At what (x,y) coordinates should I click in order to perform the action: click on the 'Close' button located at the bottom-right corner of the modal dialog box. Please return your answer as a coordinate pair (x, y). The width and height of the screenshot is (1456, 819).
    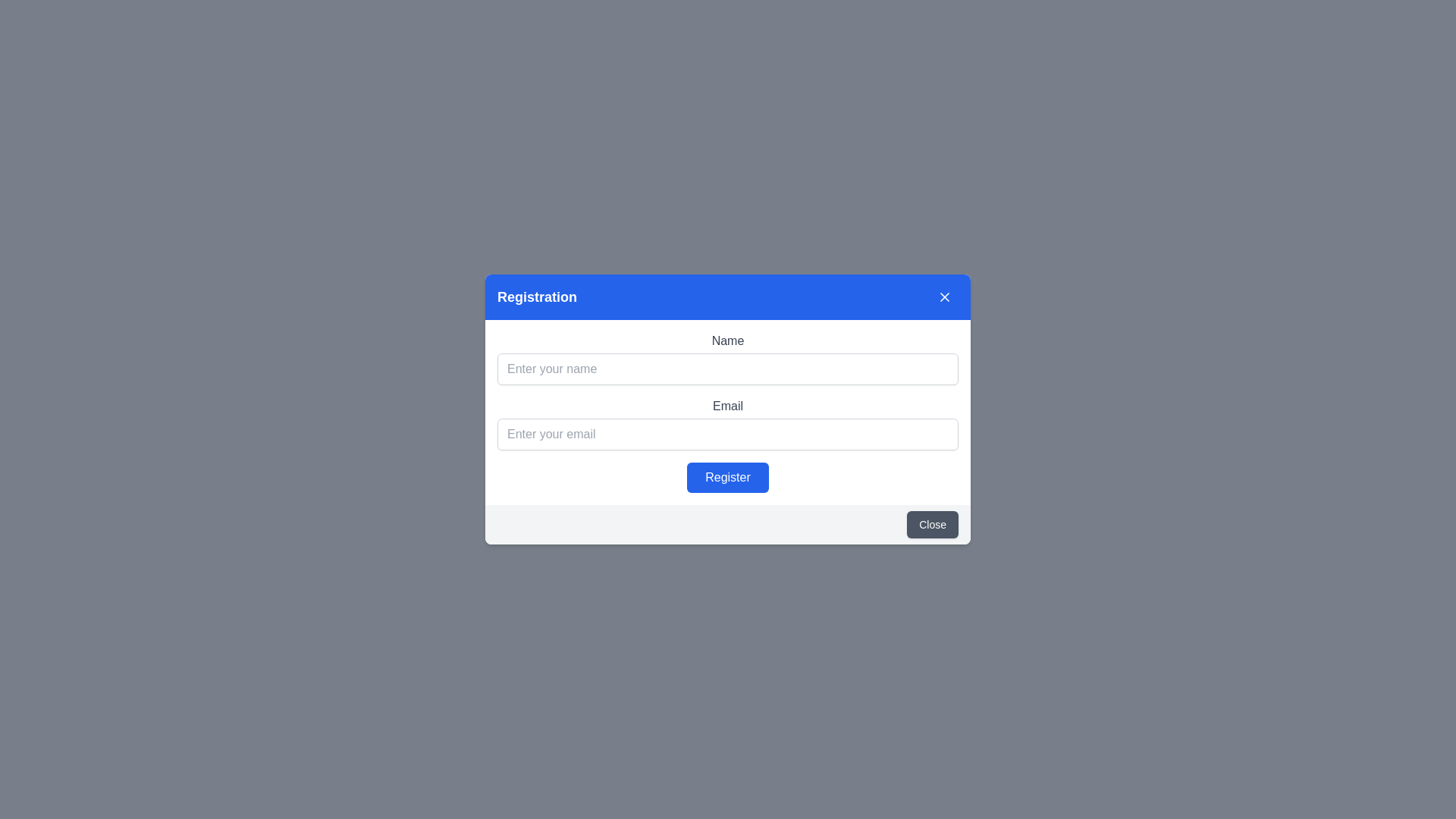
    Looking at the image, I should click on (931, 523).